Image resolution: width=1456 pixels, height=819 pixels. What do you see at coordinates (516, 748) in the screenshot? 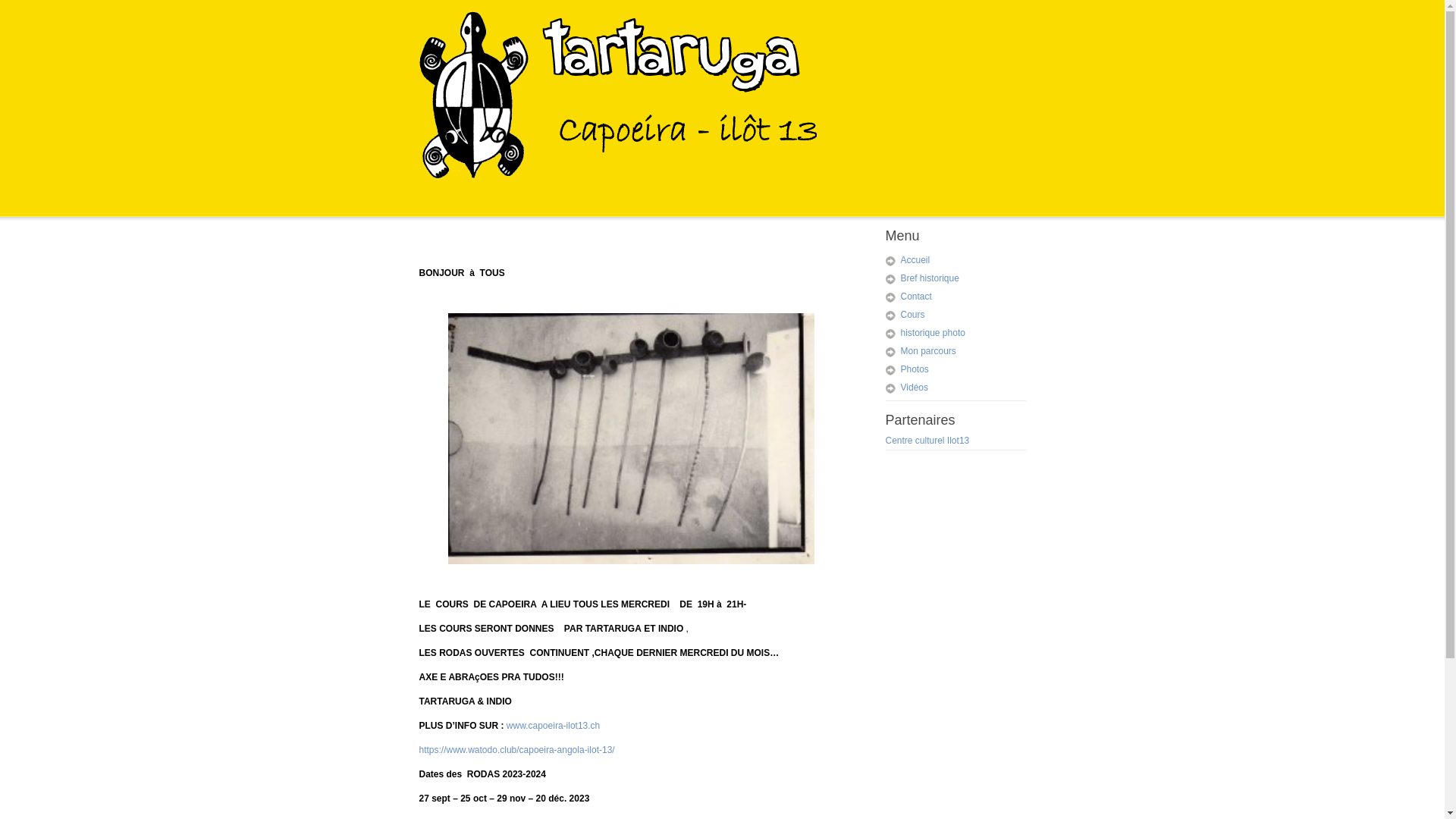
I see `'https://www.watodo.club/capoeira-angola-ilot-13/'` at bounding box center [516, 748].